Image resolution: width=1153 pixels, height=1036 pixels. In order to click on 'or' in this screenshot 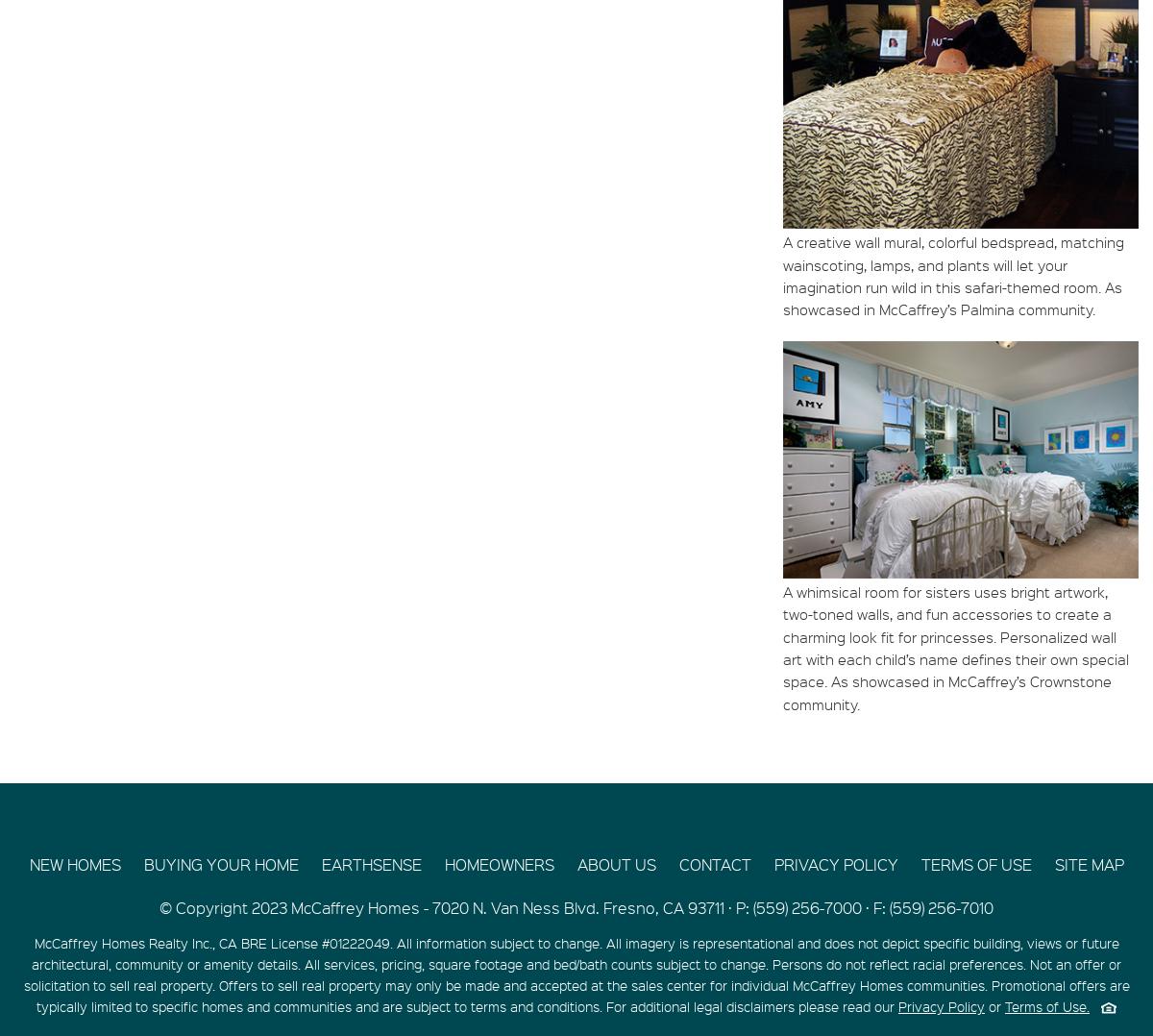, I will do `click(994, 1005)`.